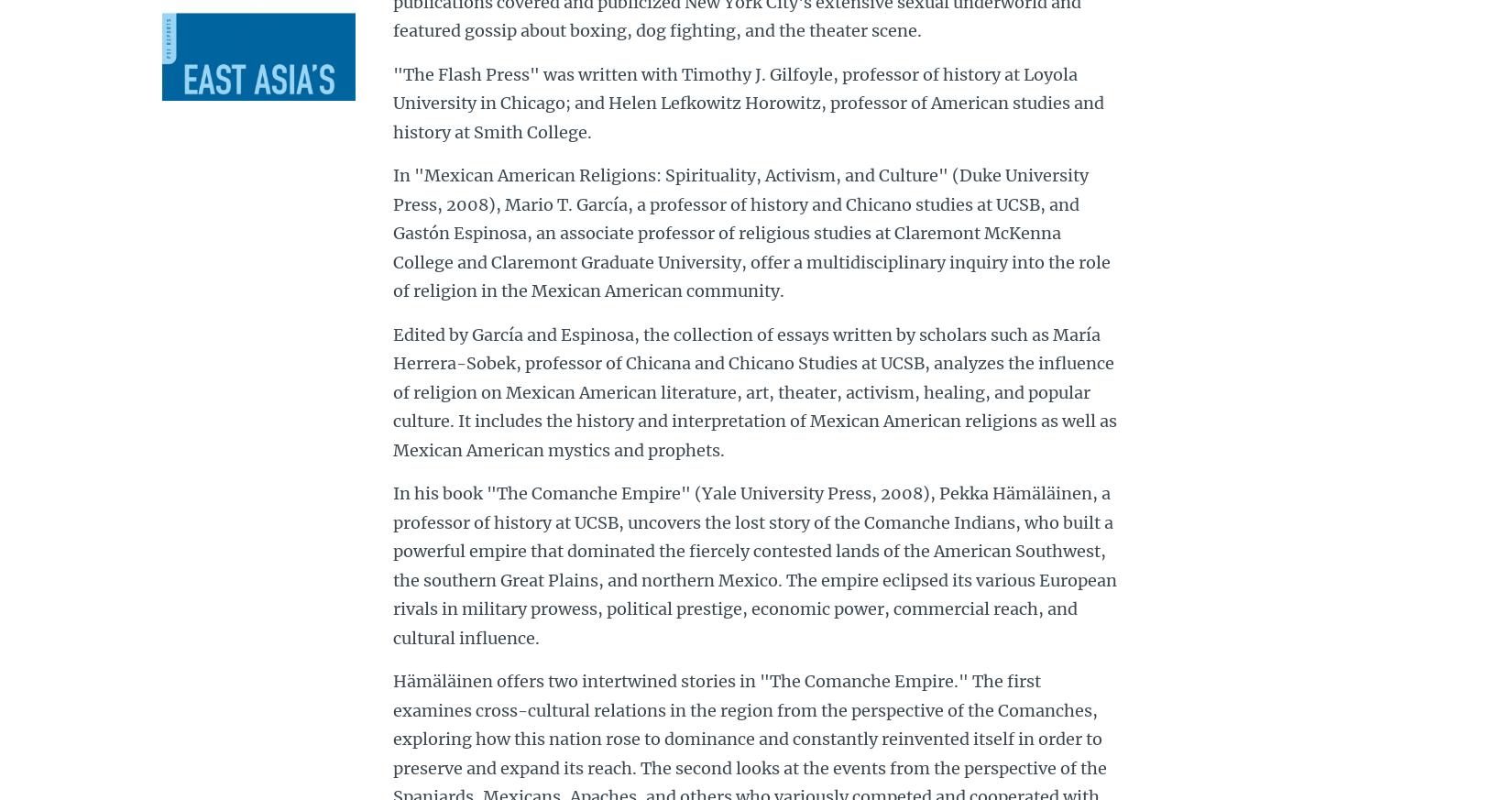  I want to click on 'About UC Santa Barbara', so click(162, 84).